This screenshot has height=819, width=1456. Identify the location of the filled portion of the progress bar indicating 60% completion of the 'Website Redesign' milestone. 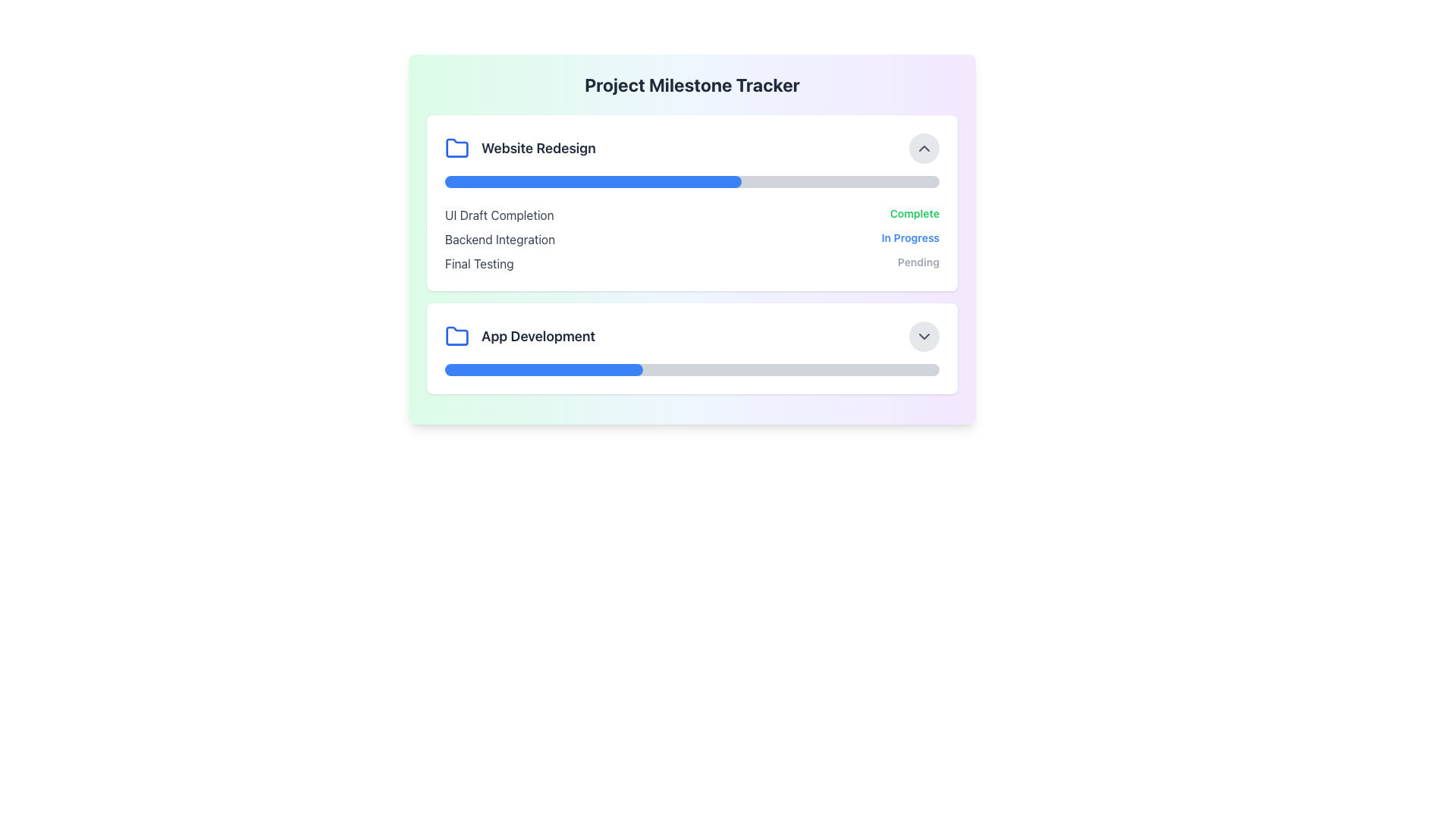
(592, 180).